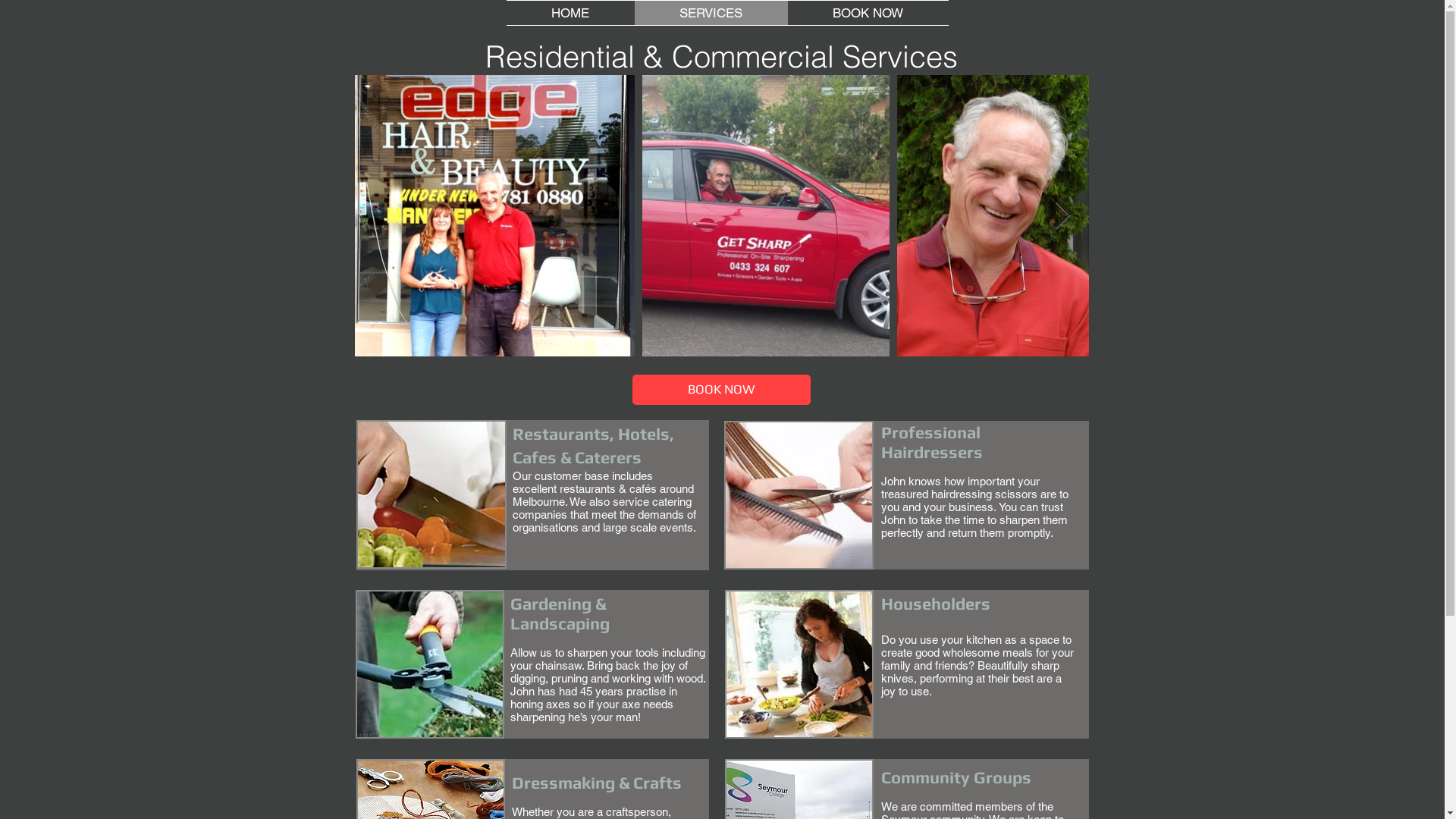 This screenshot has height=819, width=1456. I want to click on 'BOOK NOW', so click(720, 388).